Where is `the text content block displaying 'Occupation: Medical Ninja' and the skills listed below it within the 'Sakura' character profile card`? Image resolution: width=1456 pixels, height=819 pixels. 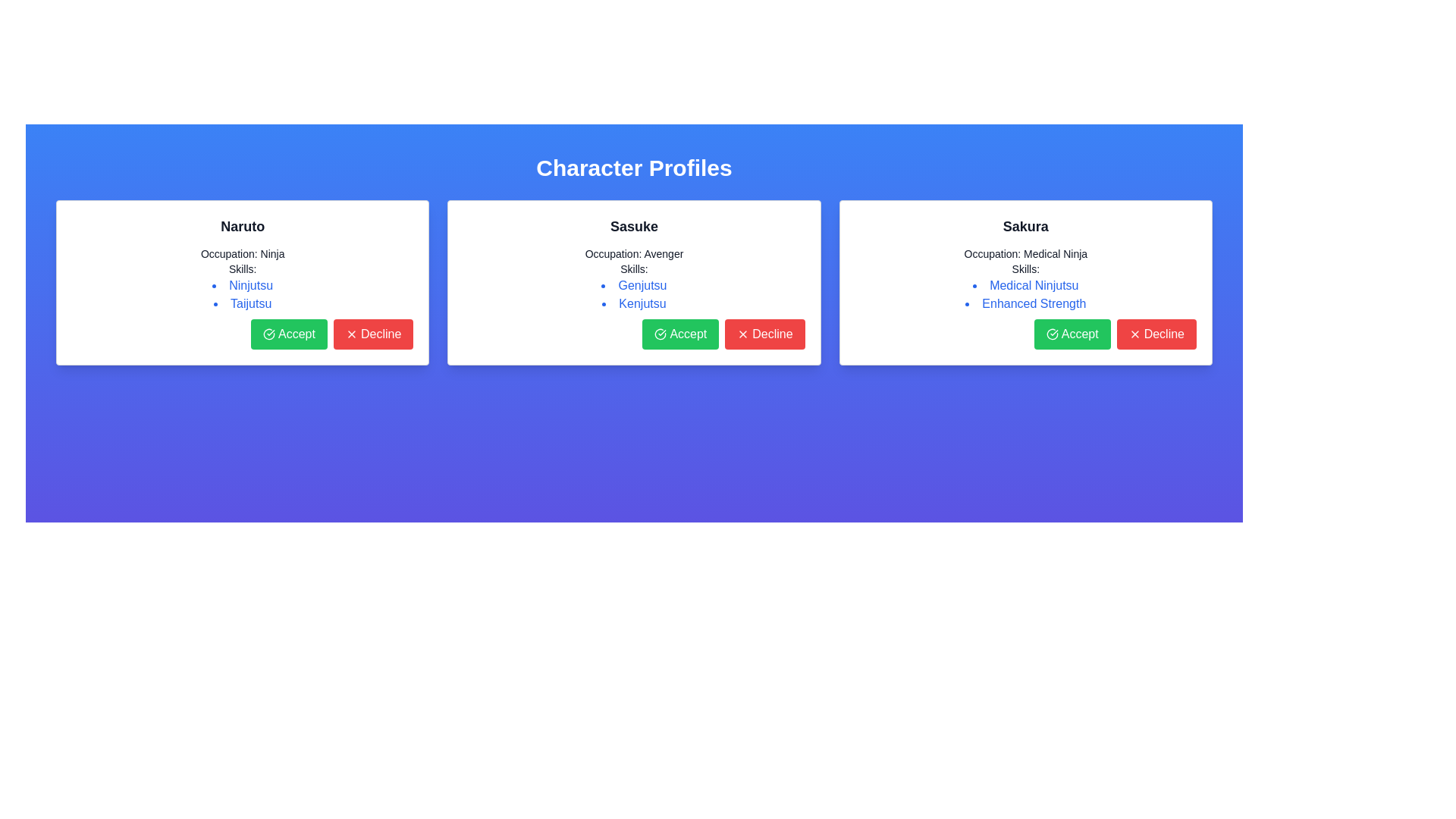
the text content block displaying 'Occupation: Medical Ninja' and the skills listed below it within the 'Sakura' character profile card is located at coordinates (1025, 280).